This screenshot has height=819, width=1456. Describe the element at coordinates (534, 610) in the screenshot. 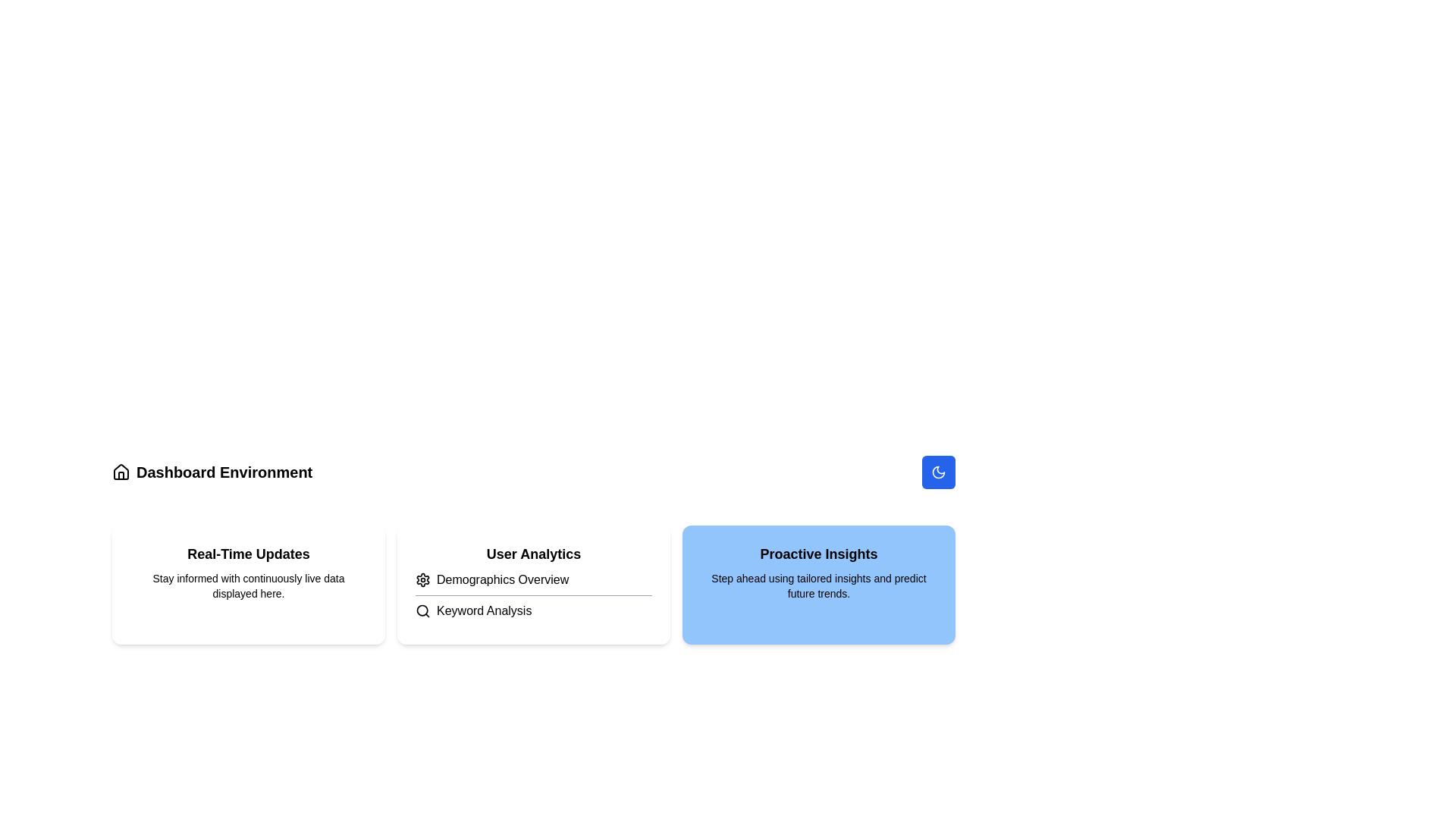

I see `the navigational link located in the 'User Analytics' section, immediately below the 'Demographics Overview' item` at that location.